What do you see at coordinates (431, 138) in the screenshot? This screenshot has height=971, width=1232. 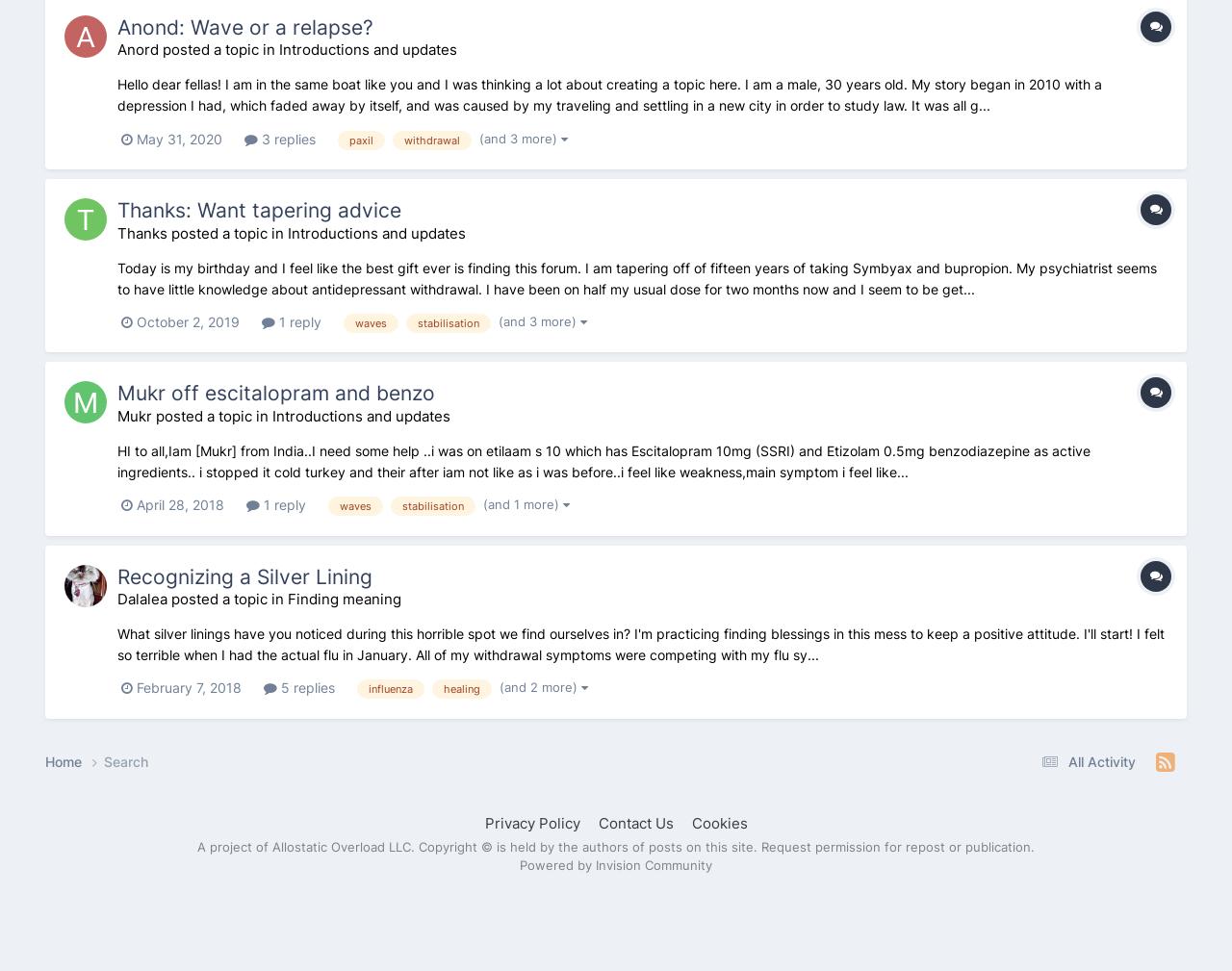 I see `'withdrawal'` at bounding box center [431, 138].